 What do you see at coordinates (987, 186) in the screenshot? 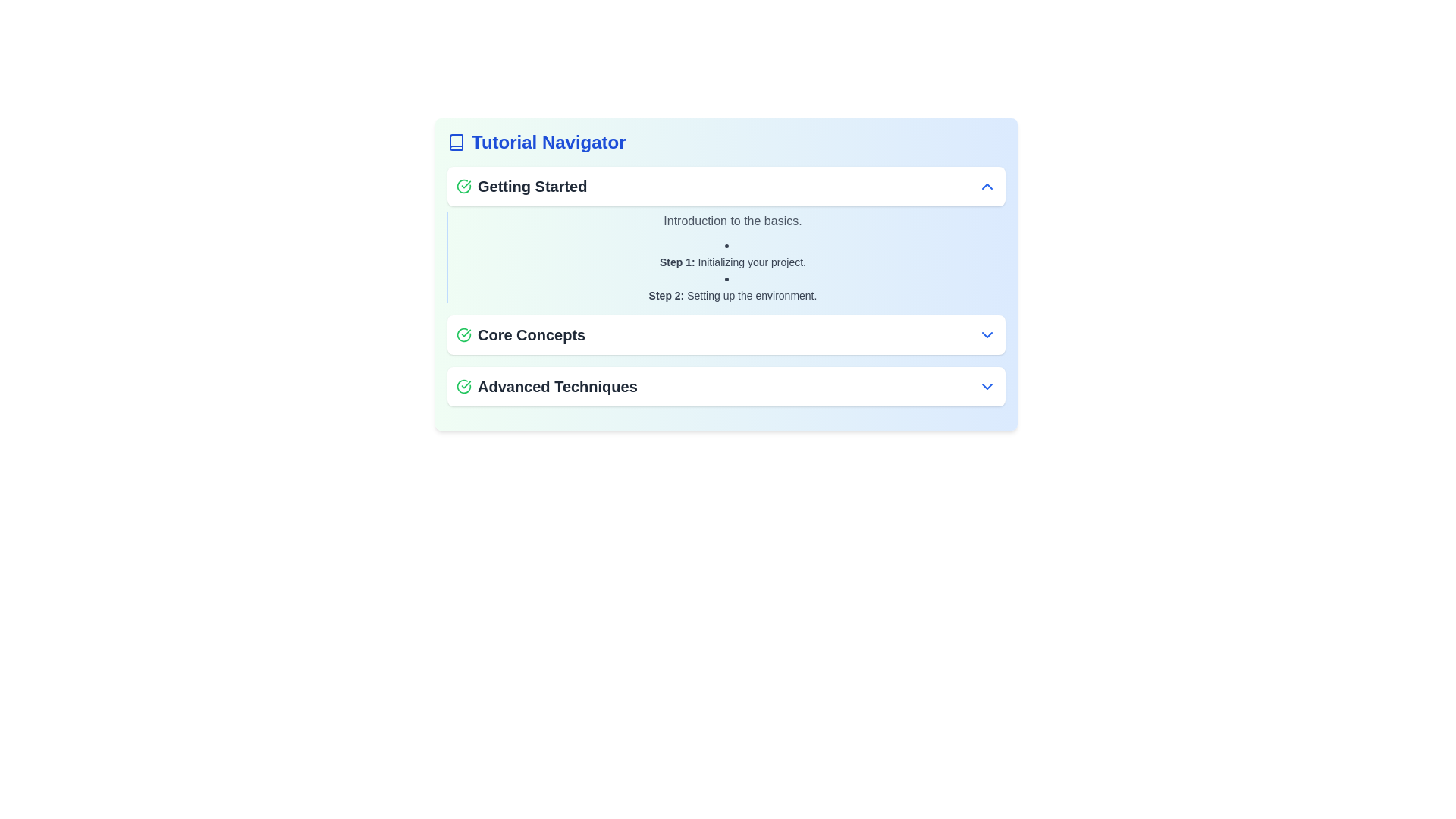
I see `the Collapse button icon at the far-right end of the 'Getting Started' section to trigger a potential focus effect` at bounding box center [987, 186].